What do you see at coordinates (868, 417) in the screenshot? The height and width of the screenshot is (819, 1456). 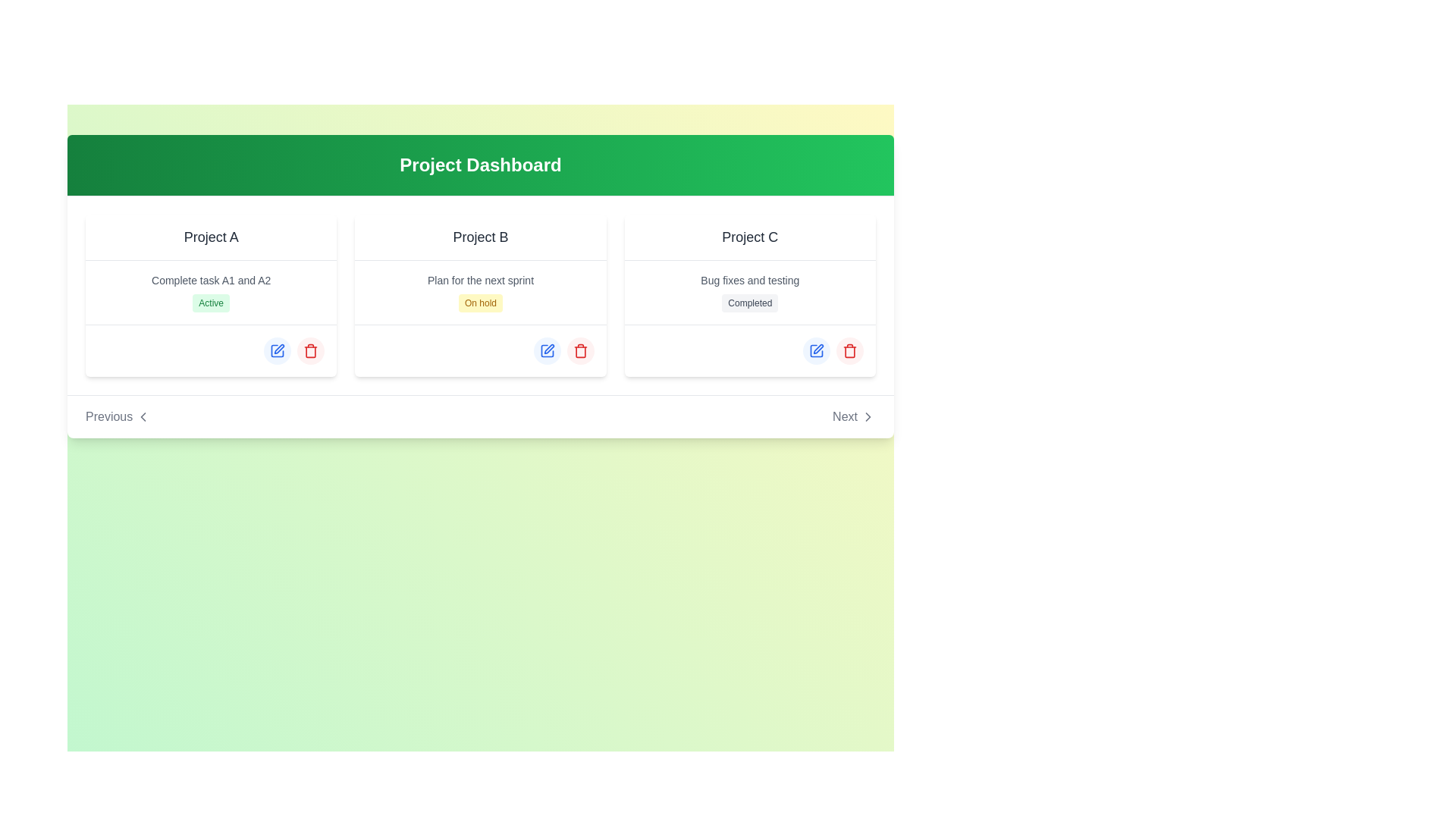 I see `the right-facing chevron icon located to the right of the 'Next' text label in the navigation row` at bounding box center [868, 417].